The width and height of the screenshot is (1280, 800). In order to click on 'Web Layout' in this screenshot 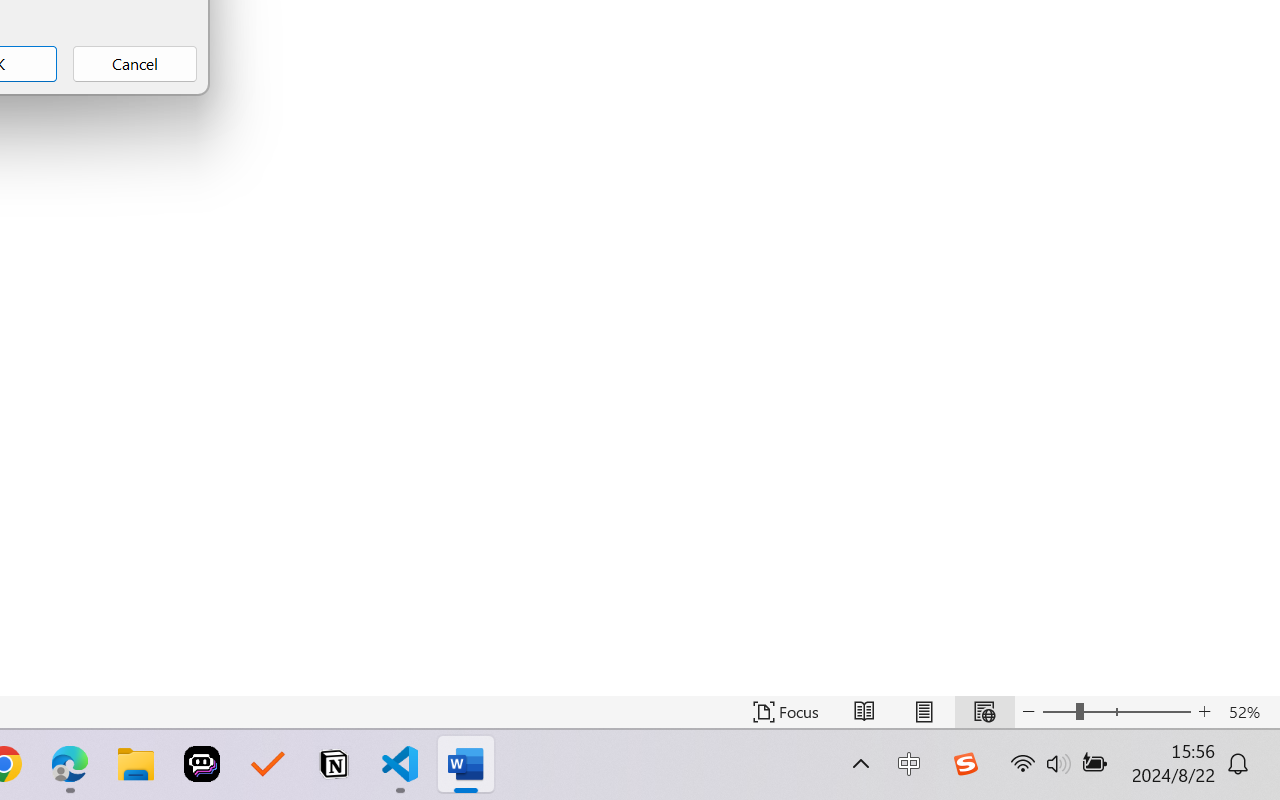, I will do `click(984, 711)`.